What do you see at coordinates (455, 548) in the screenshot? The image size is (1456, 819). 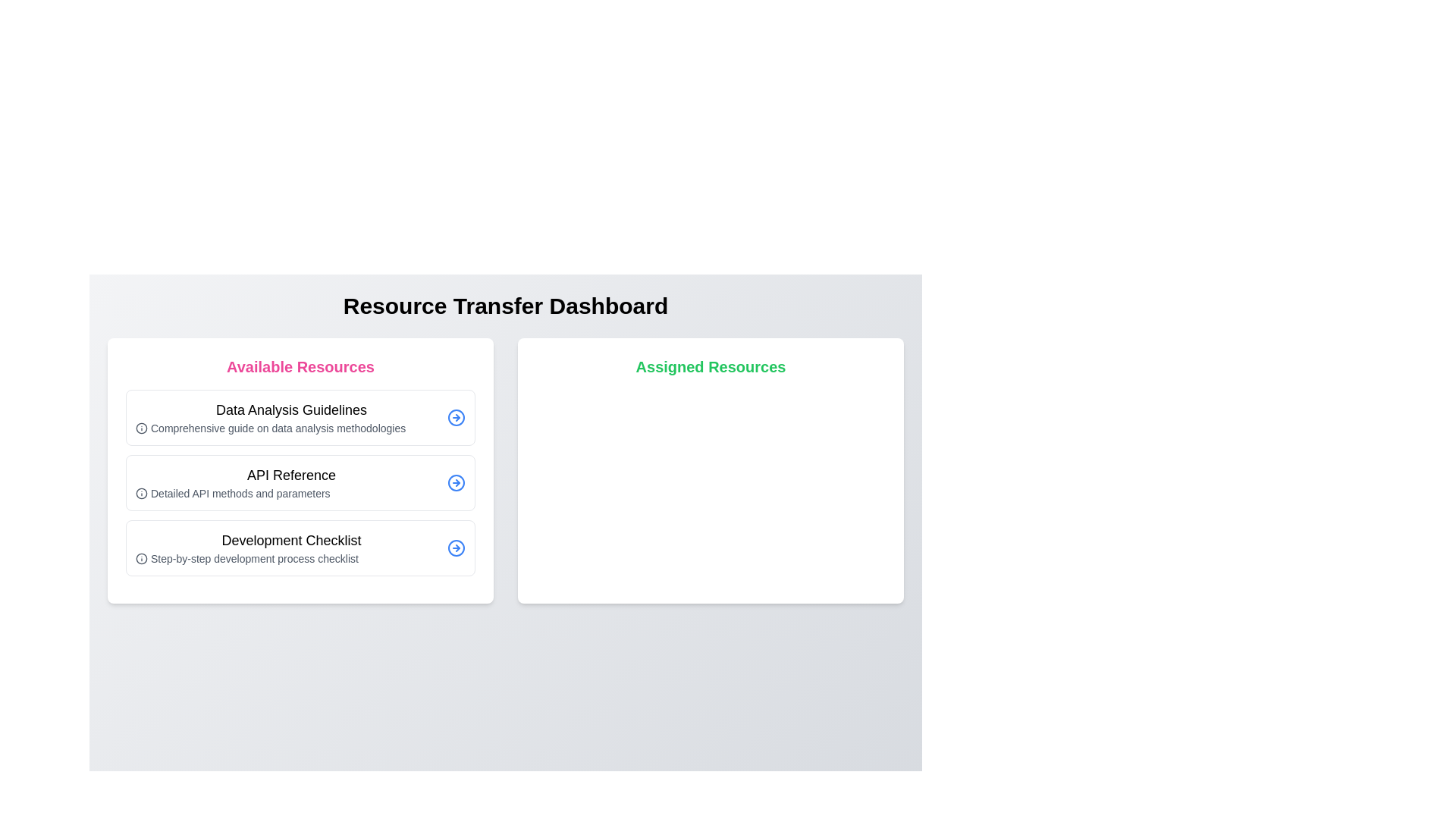 I see `the clickable icon (decorative arrow) located in the 'Development Checklist' section` at bounding box center [455, 548].